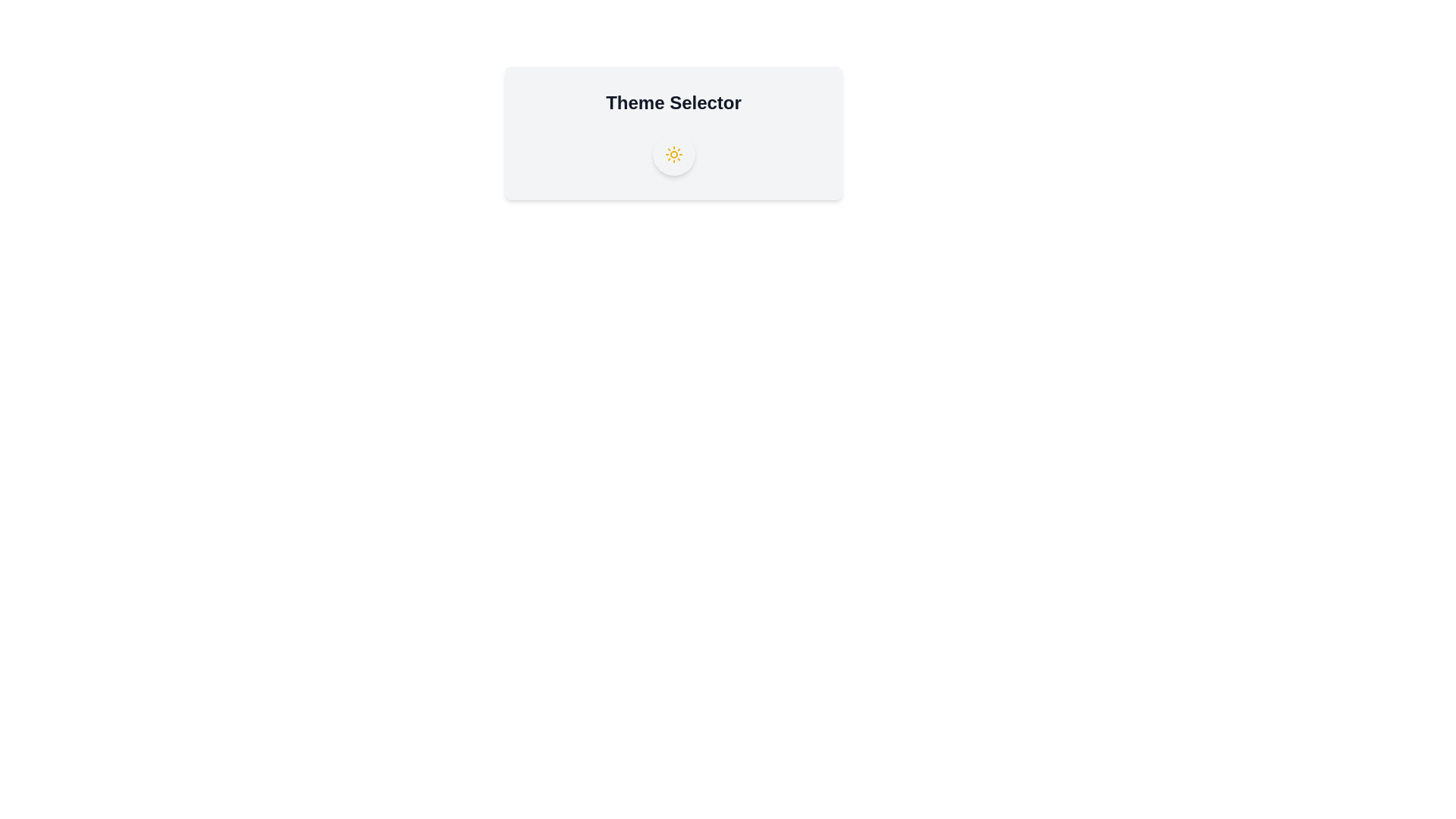 The height and width of the screenshot is (819, 1456). I want to click on the theme icon displayed in the center of the ThemeSwitcherPanel, so click(673, 155).